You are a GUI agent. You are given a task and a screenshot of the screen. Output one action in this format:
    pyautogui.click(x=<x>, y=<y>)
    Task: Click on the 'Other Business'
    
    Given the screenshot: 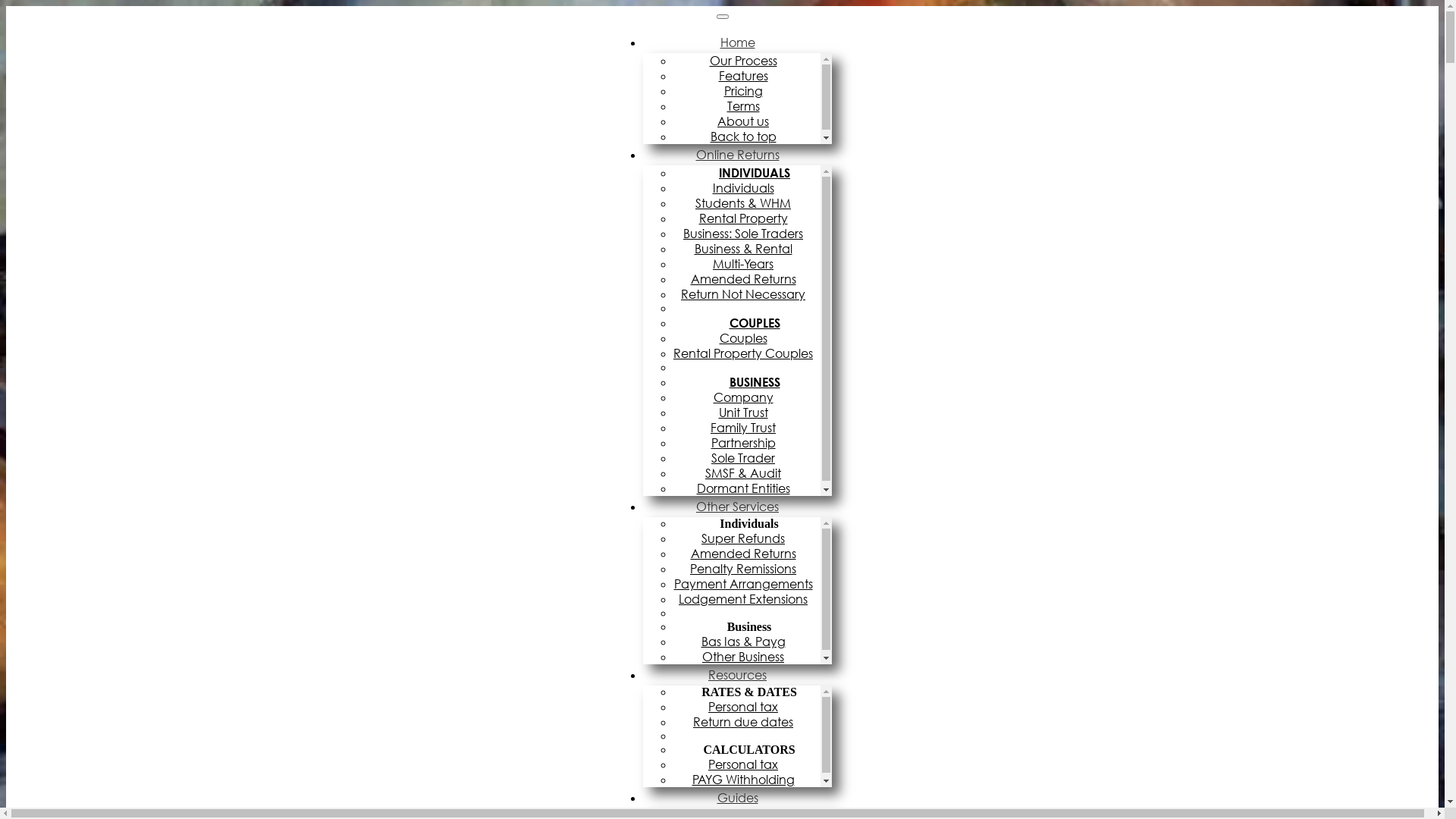 What is the action you would take?
    pyautogui.click(x=746, y=656)
    